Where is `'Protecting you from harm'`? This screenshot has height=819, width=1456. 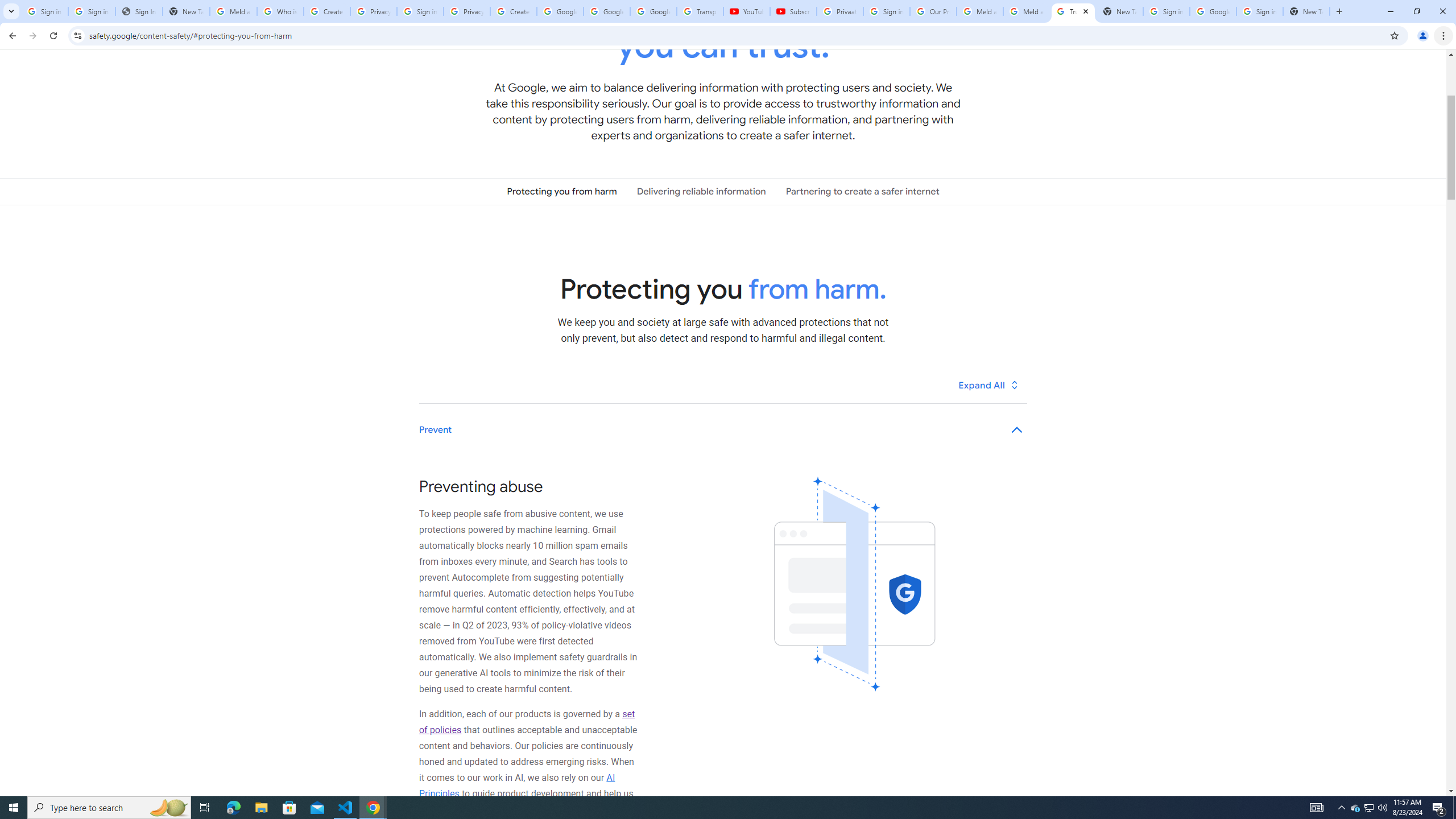
'Protecting you from harm' is located at coordinates (561, 191).